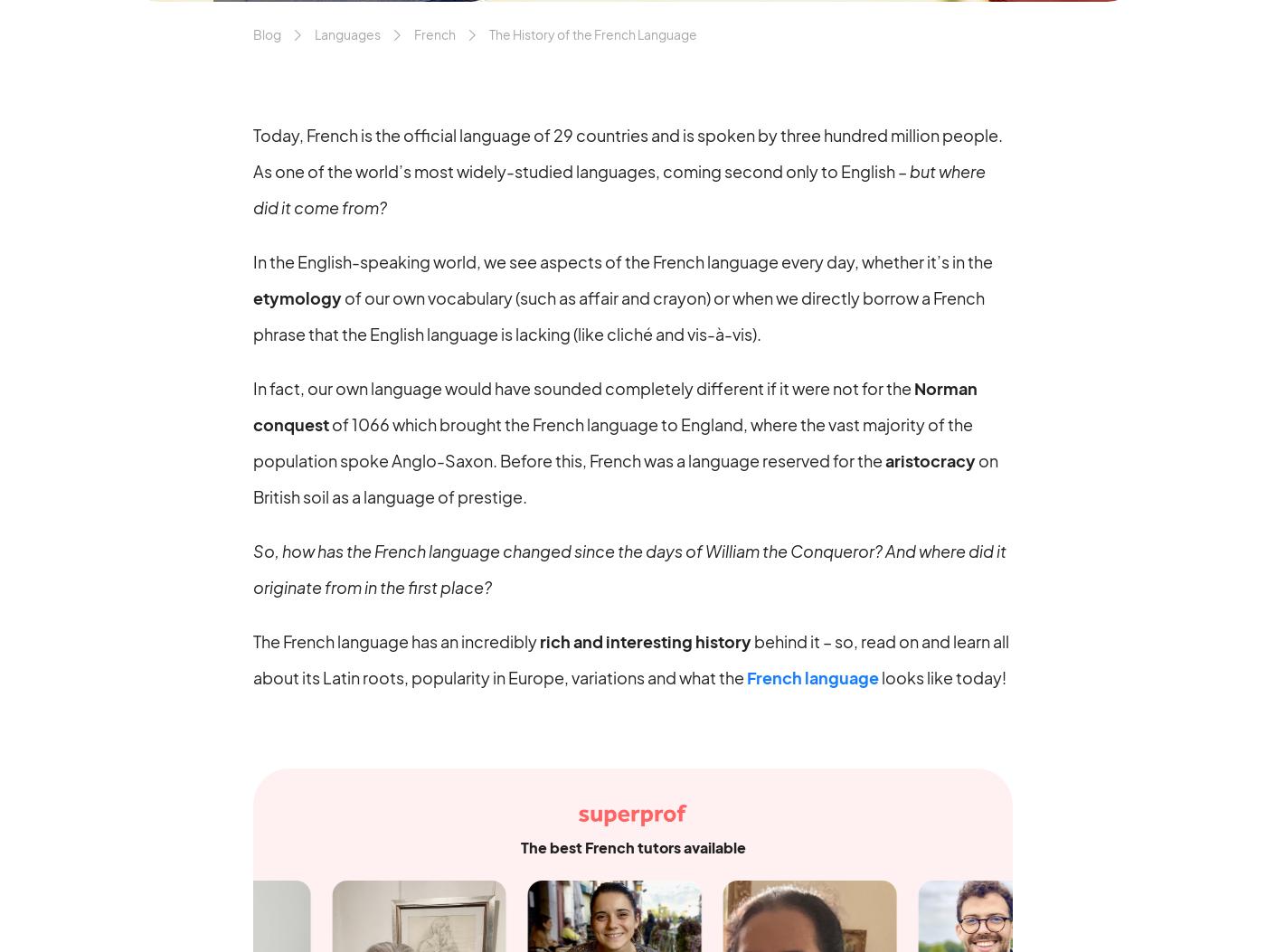  What do you see at coordinates (628, 151) in the screenshot?
I see `'Today, French is the official language of 29 countries and is spoken by three hundred million people. As one of the world’s most widely-studied languages, coming second only to English –'` at bounding box center [628, 151].